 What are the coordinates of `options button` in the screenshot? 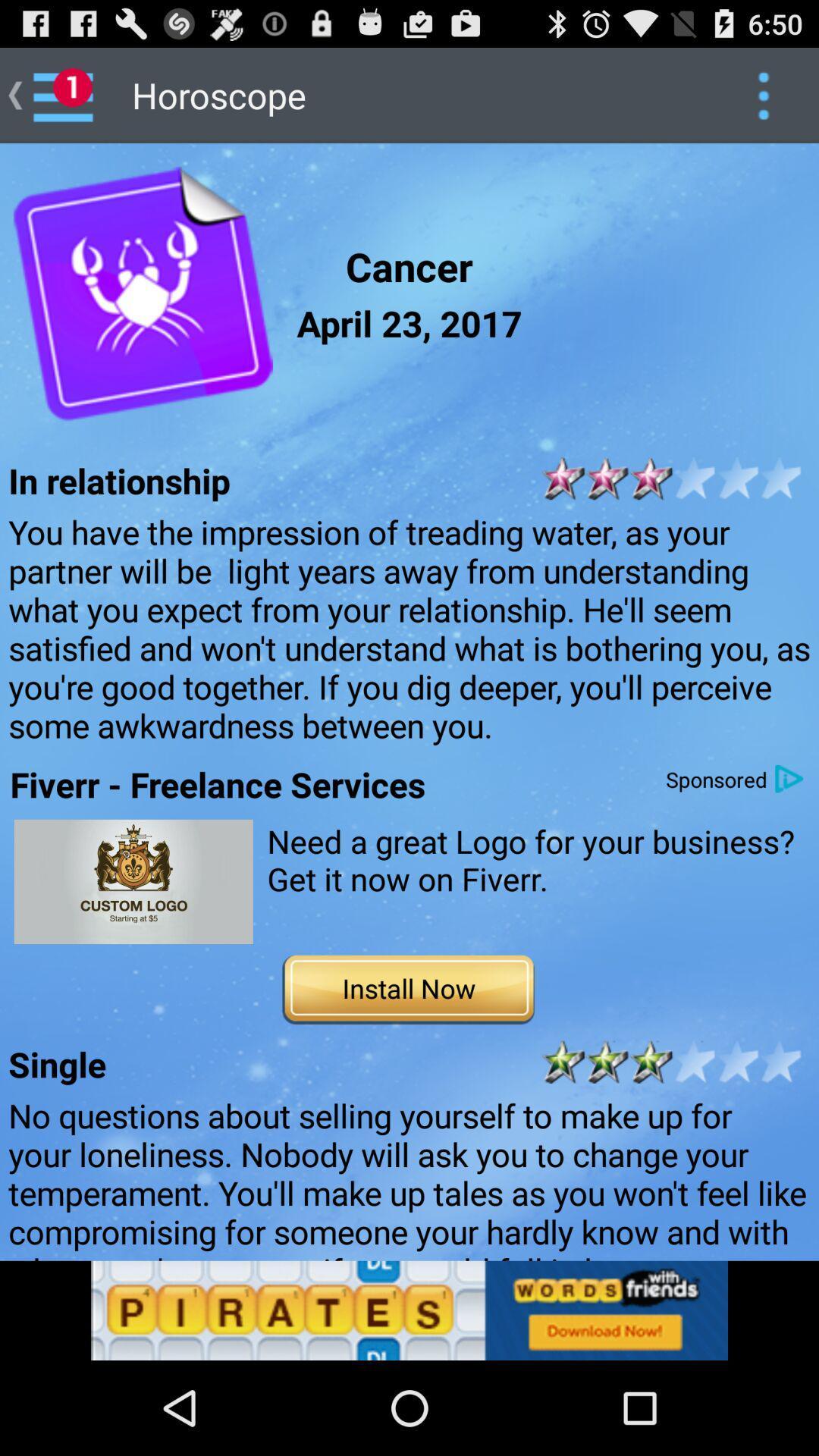 It's located at (763, 94).